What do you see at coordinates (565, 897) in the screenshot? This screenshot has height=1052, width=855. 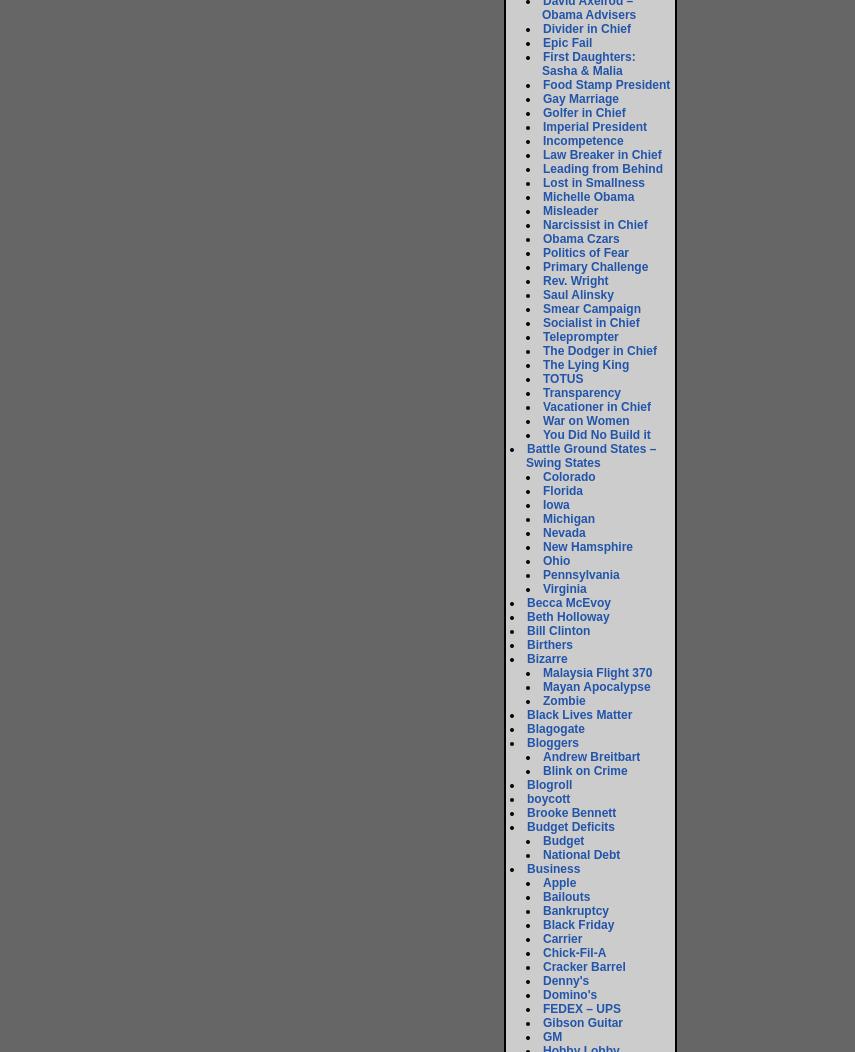 I see `'Bailouts'` at bounding box center [565, 897].